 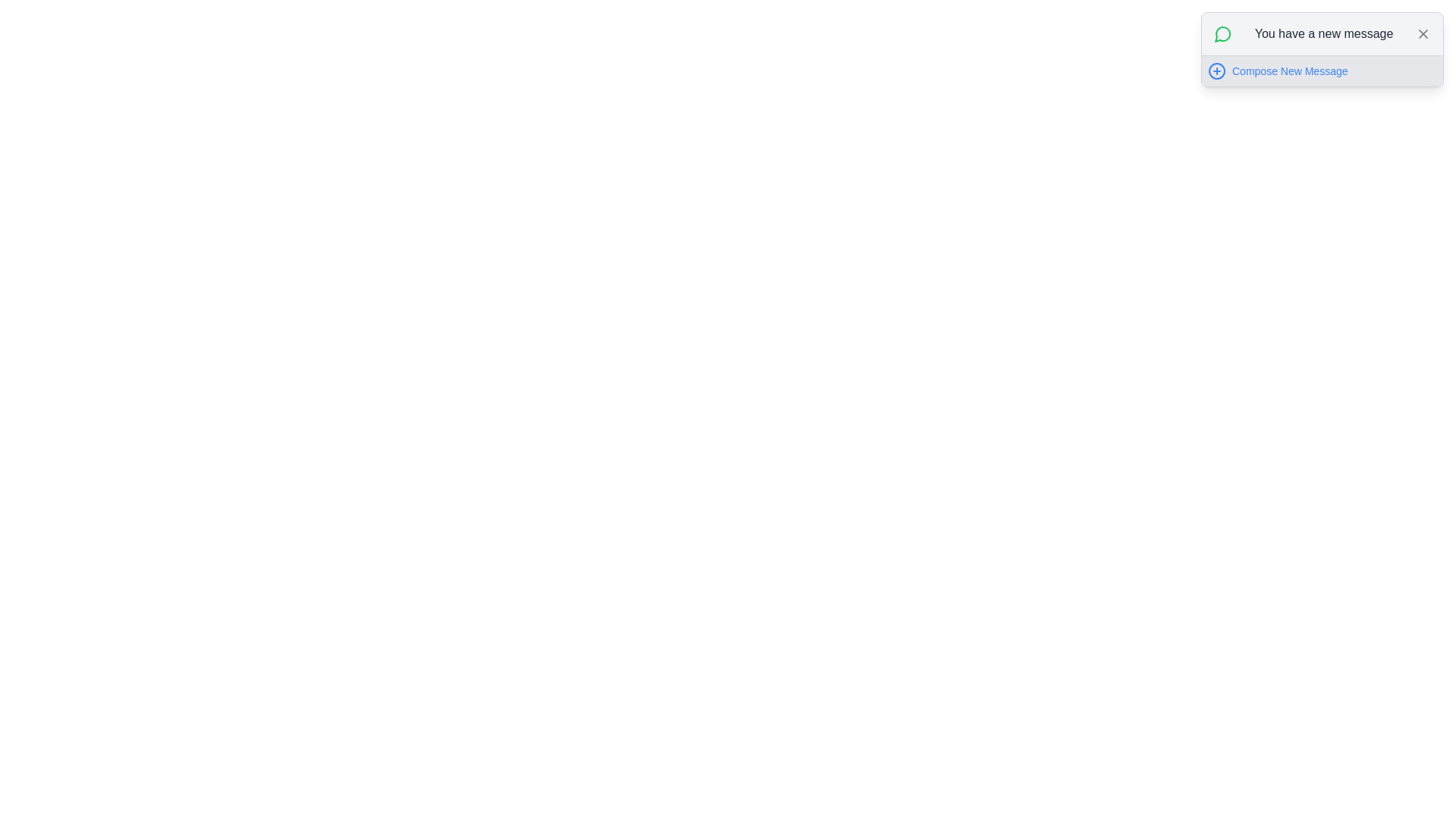 What do you see at coordinates (1422, 34) in the screenshot?
I see `the close icon located in the top-right corner of the notification box` at bounding box center [1422, 34].